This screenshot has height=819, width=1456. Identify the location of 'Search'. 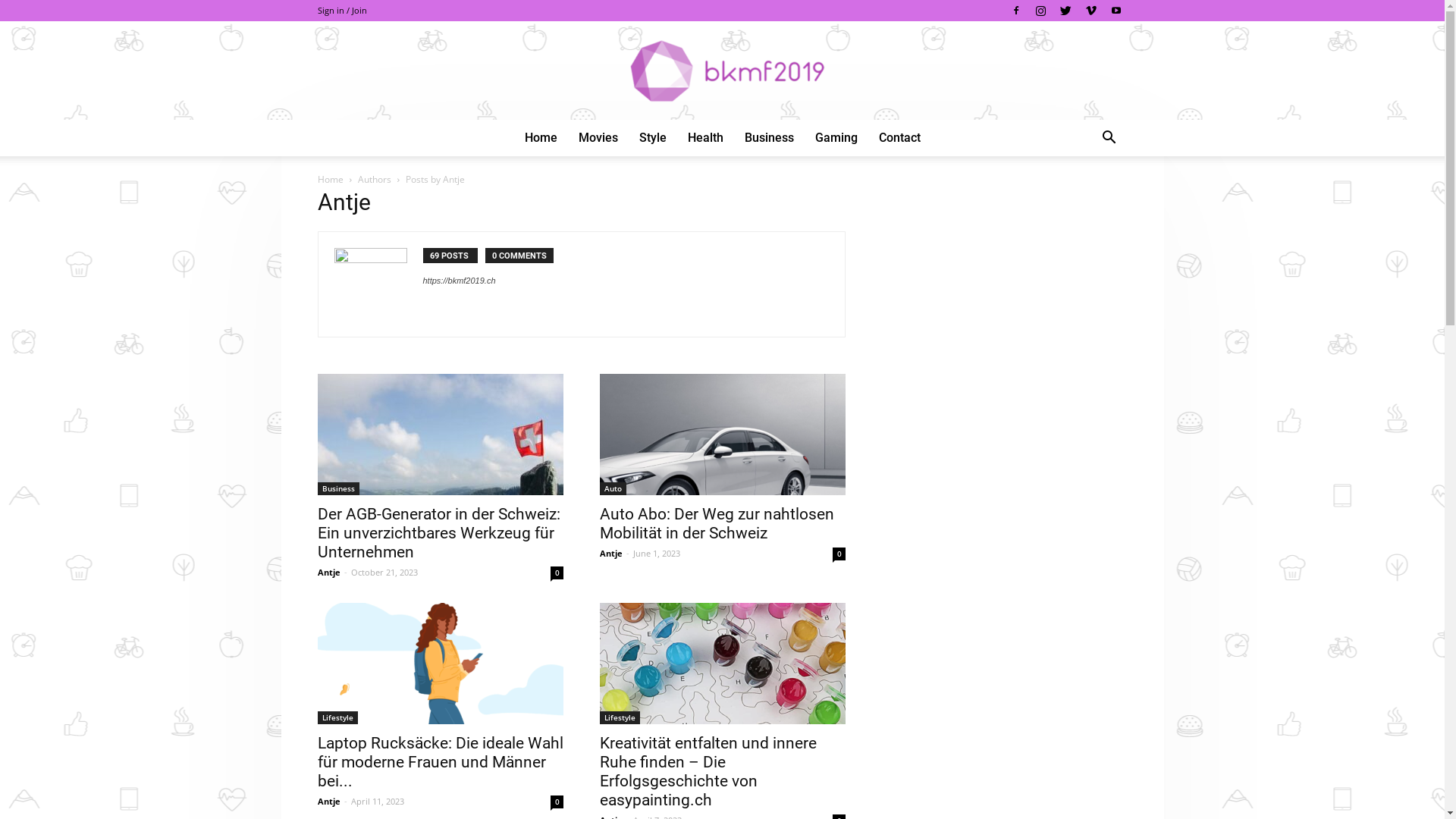
(1058, 198).